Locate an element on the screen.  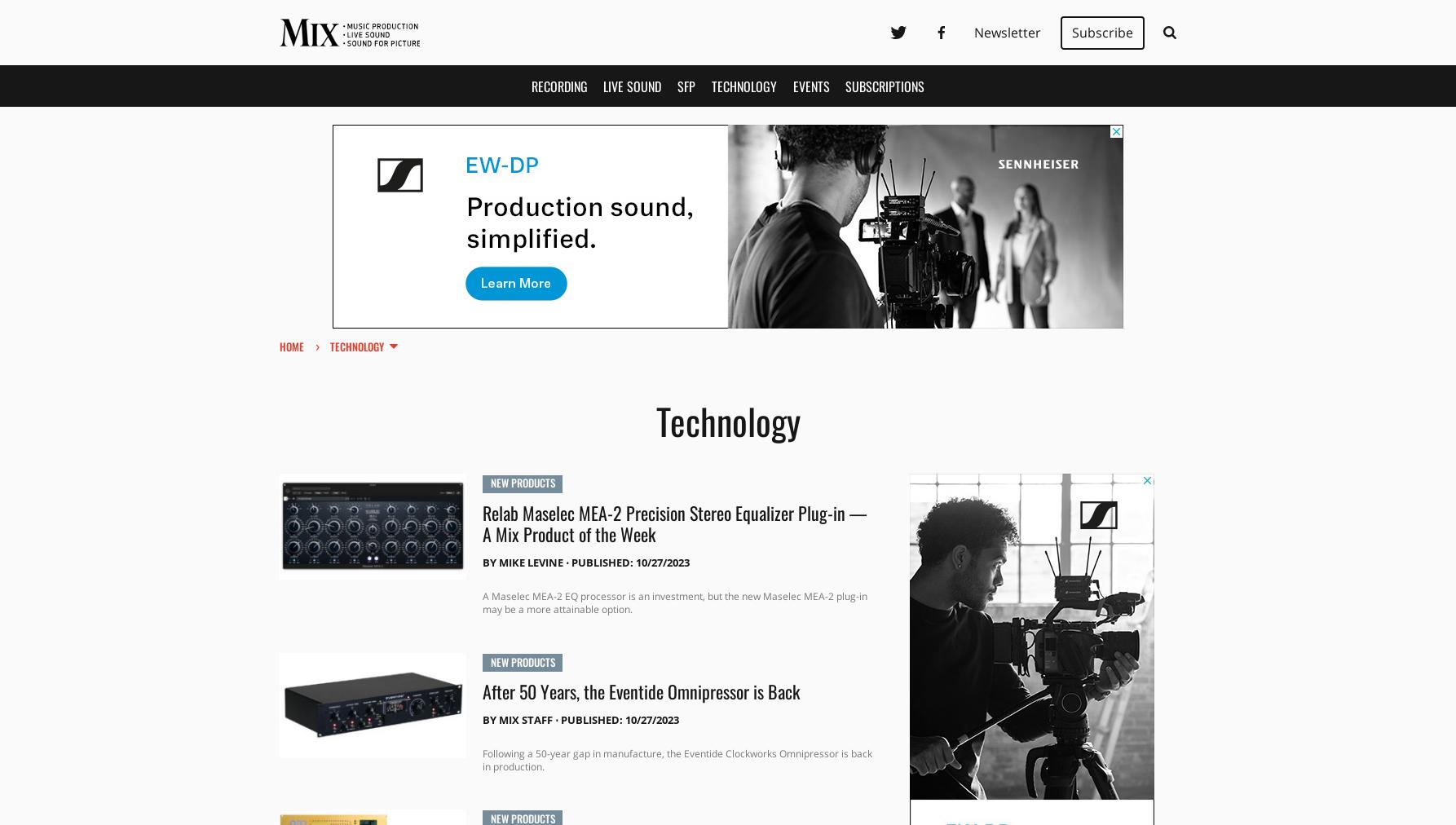
'Subscribe' is located at coordinates (1101, 31).